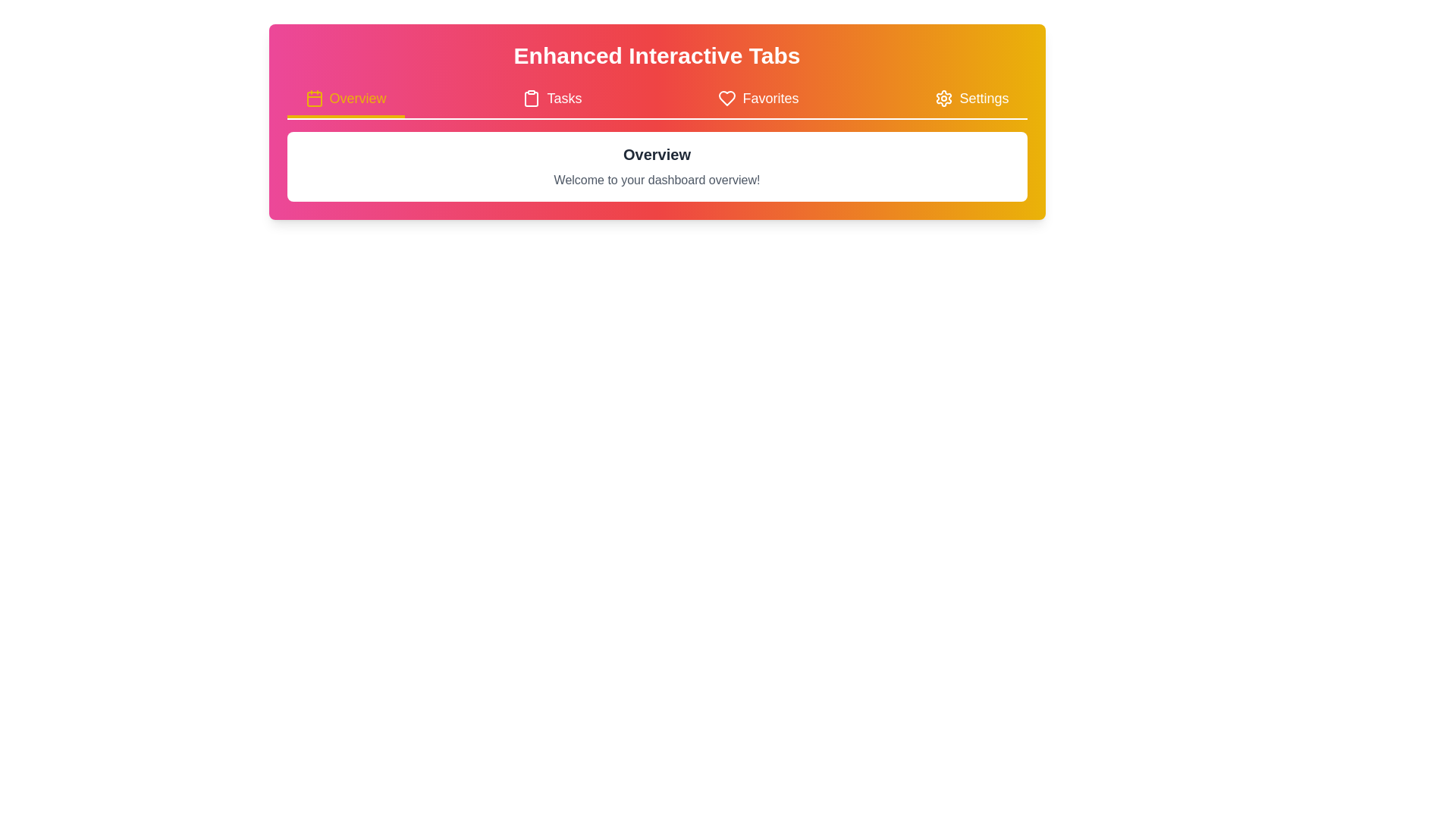 The height and width of the screenshot is (819, 1456). Describe the element at coordinates (758, 99) in the screenshot. I see `the 'Favorites' tab in the navigation section` at that location.